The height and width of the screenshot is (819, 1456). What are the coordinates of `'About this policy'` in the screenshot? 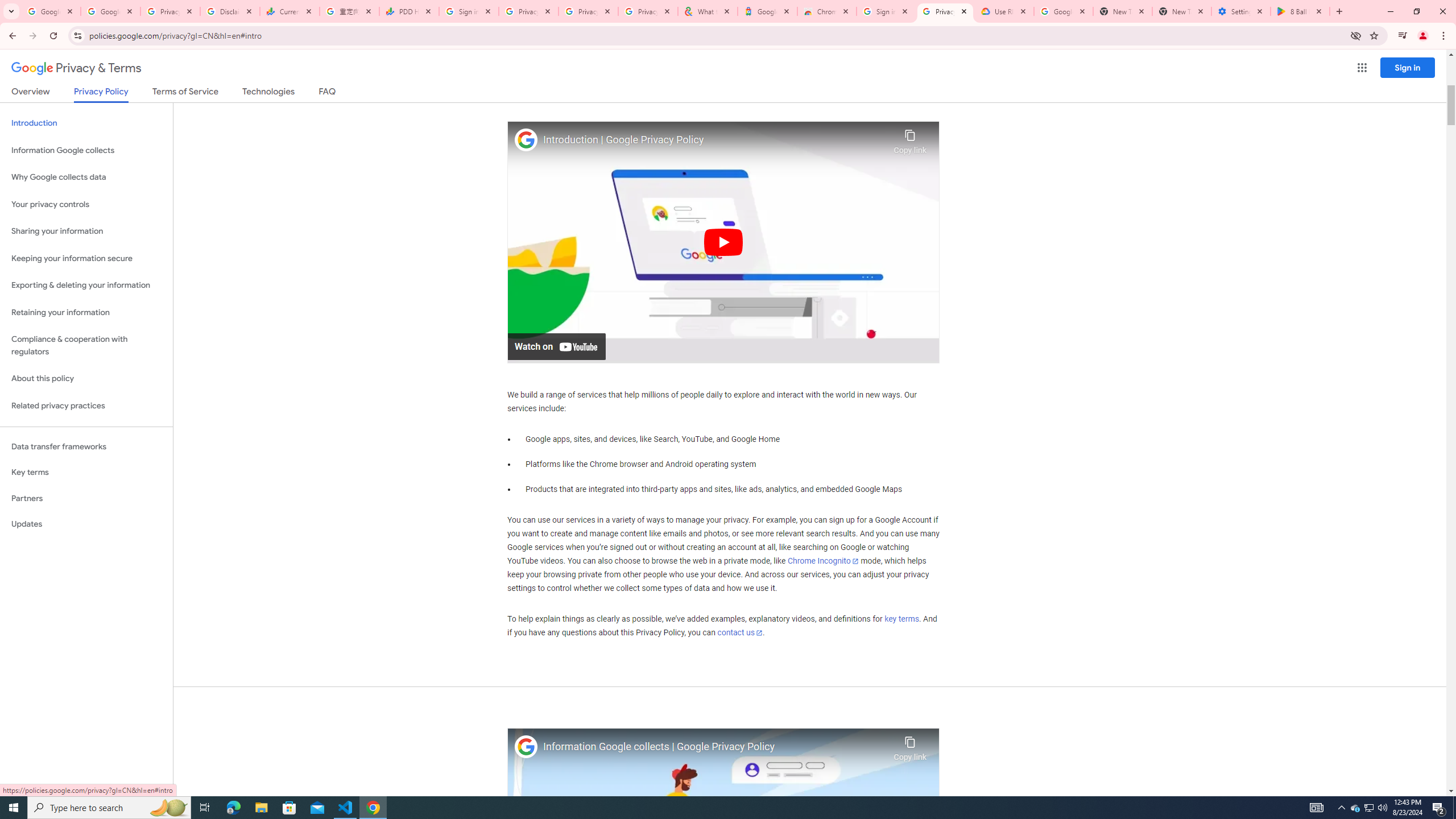 It's located at (86, 379).